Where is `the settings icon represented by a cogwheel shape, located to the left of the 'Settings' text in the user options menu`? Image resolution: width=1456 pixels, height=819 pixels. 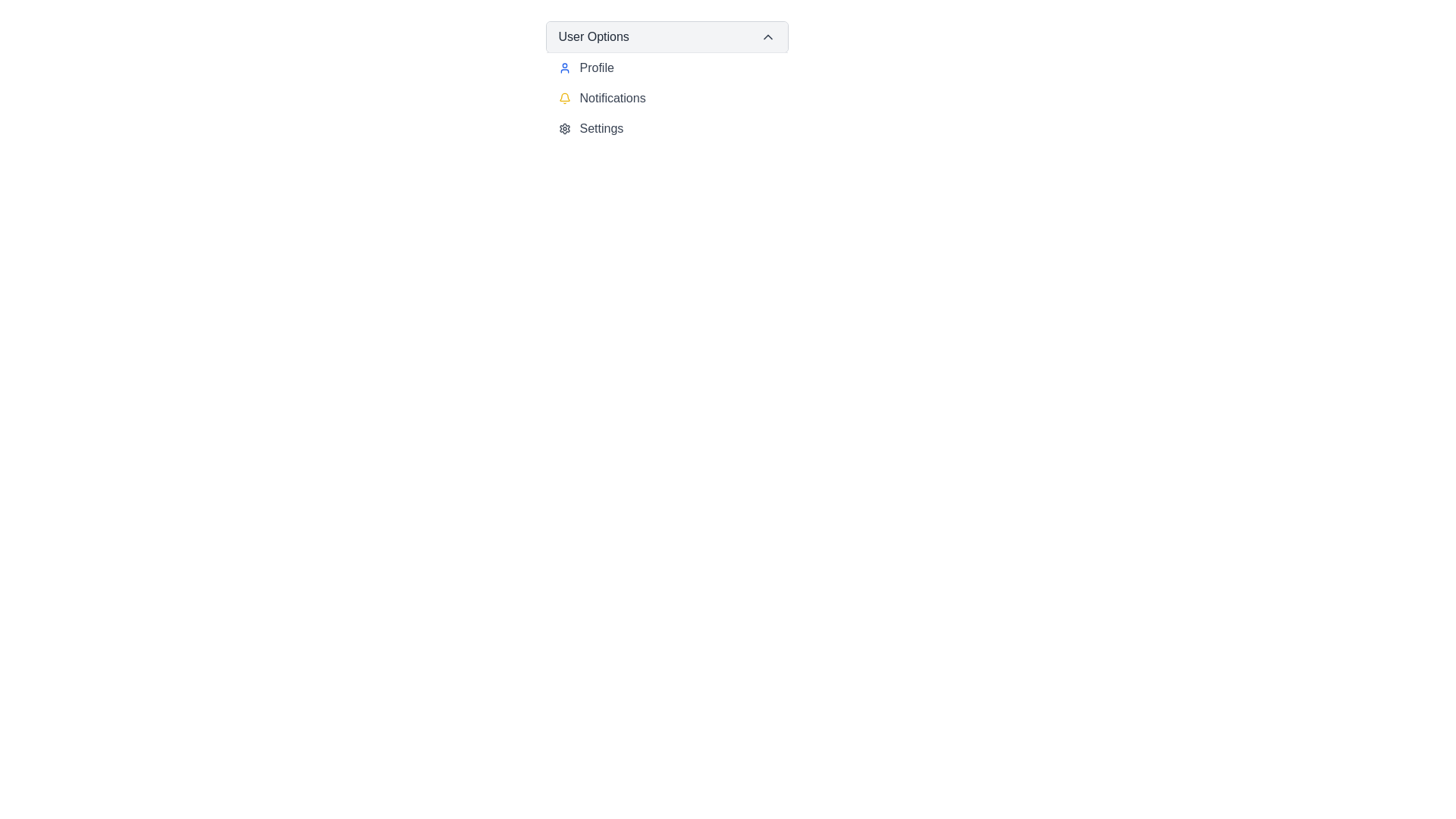 the settings icon represented by a cogwheel shape, located to the left of the 'Settings' text in the user options menu is located at coordinates (563, 127).